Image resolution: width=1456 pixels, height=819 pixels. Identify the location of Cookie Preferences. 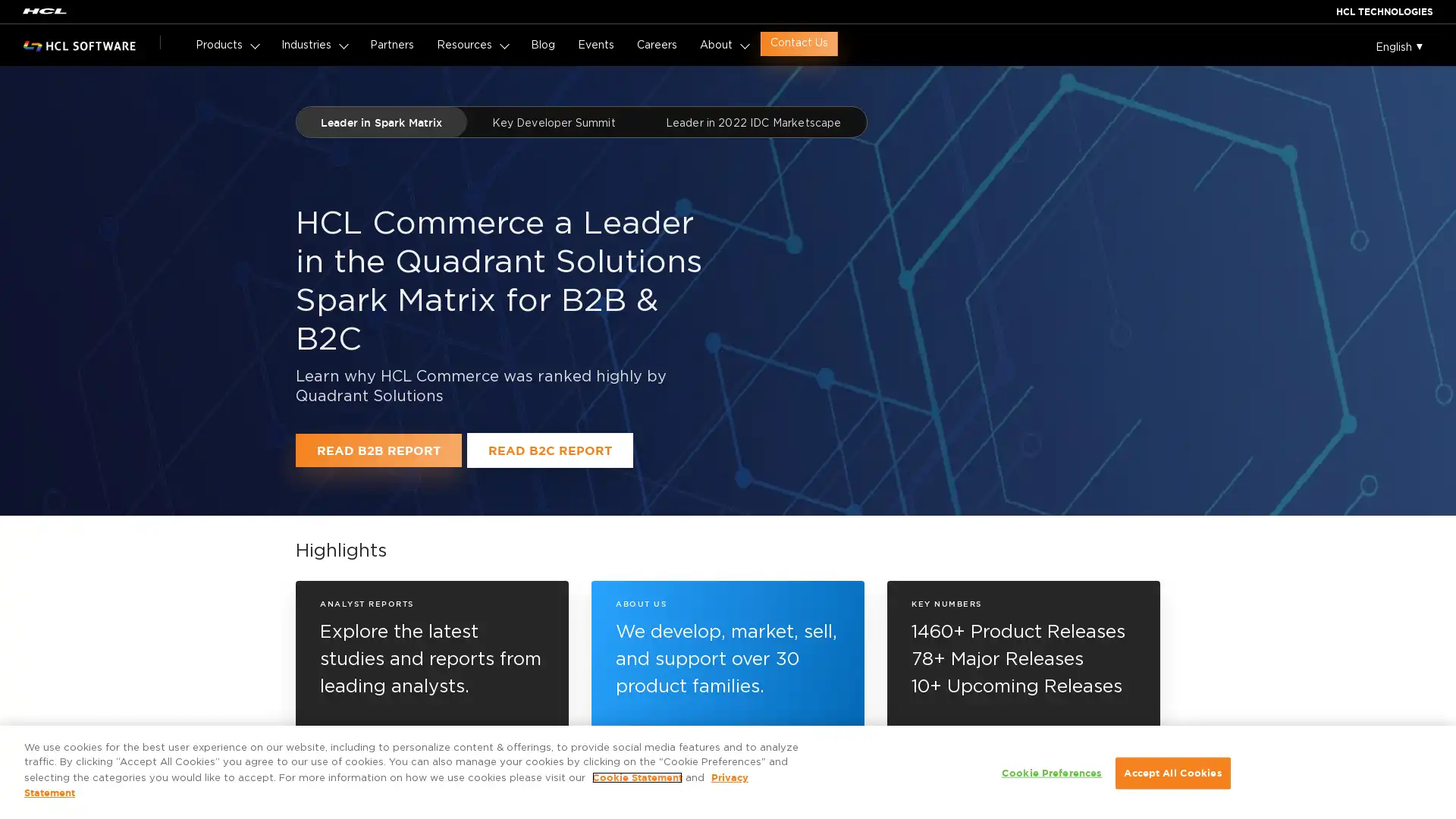
(1051, 773).